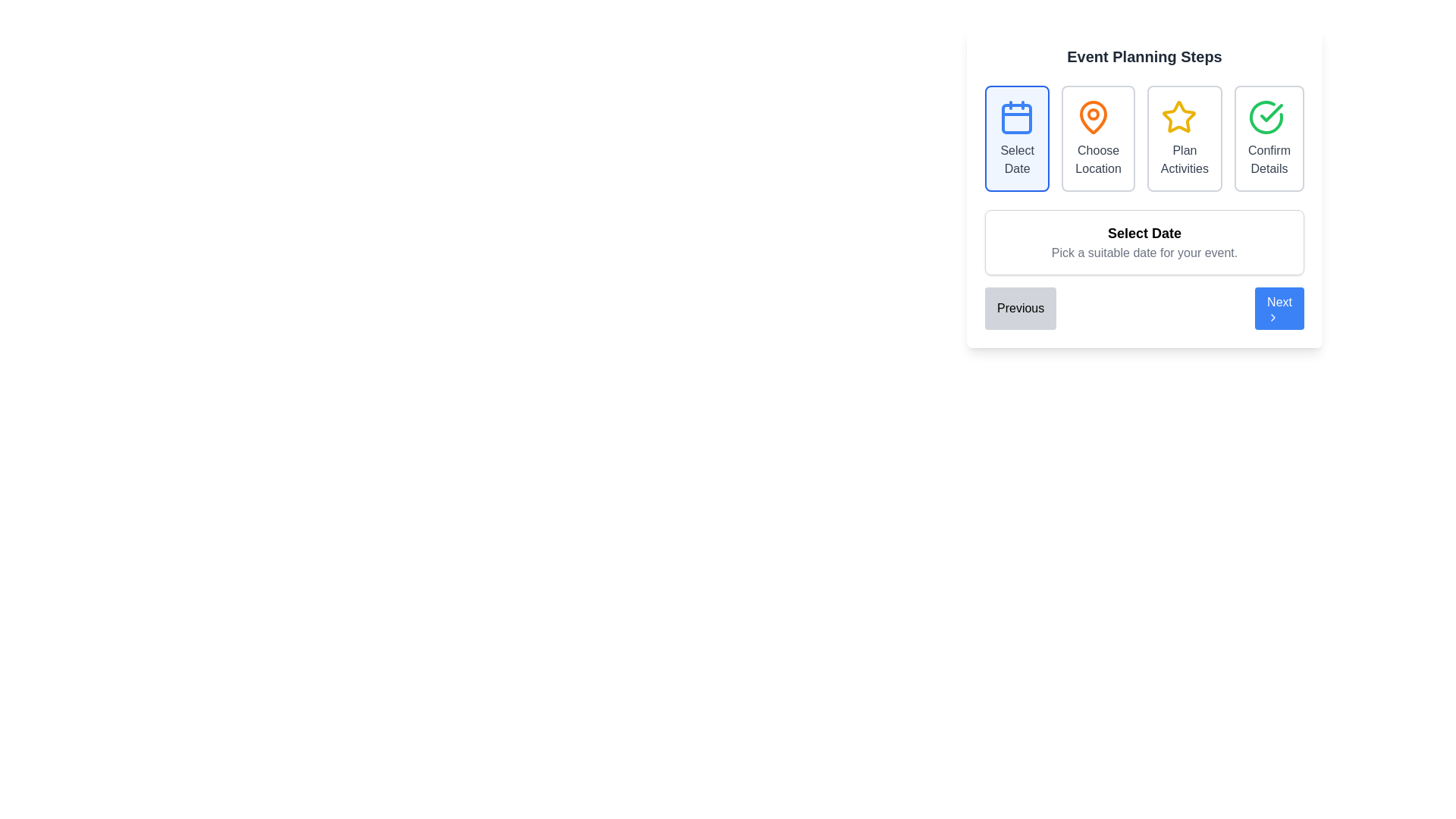 This screenshot has width=1456, height=819. I want to click on the 'Plan Activities' text label, which is part of the navigation step interface and located below a yellow star icon, so click(1184, 160).